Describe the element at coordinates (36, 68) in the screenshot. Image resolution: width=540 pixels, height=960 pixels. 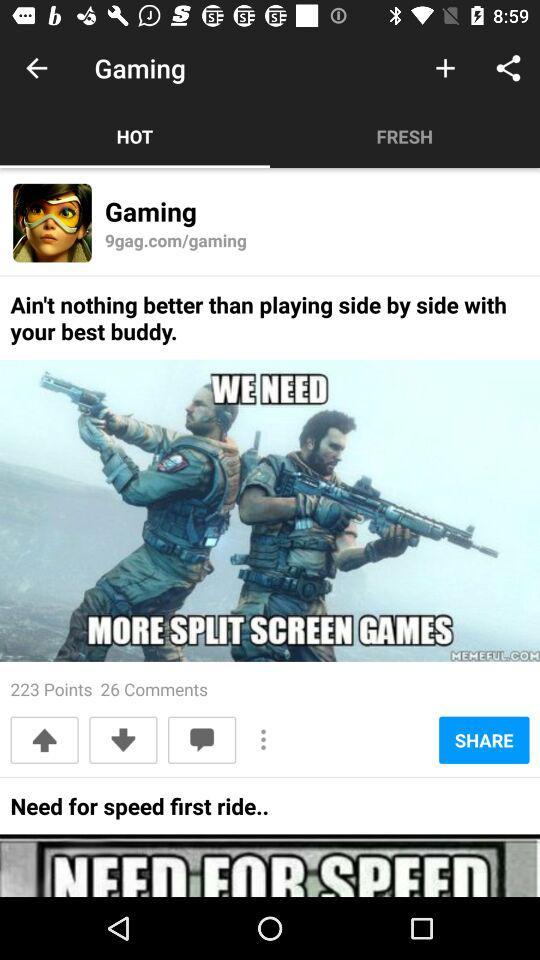
I see `item to the left of the gaming icon` at that location.